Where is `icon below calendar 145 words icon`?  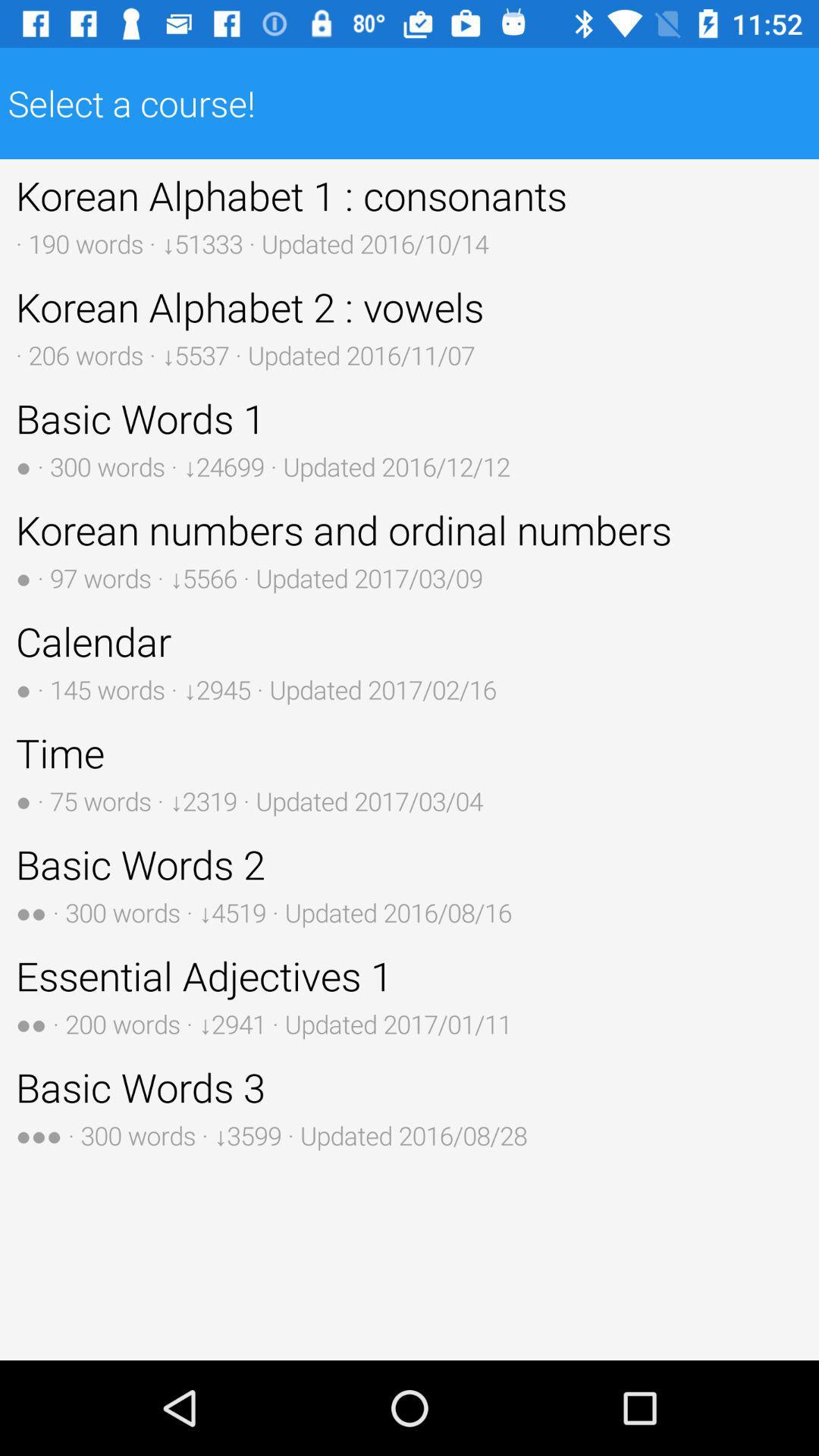
icon below calendar 145 words icon is located at coordinates (409, 772).